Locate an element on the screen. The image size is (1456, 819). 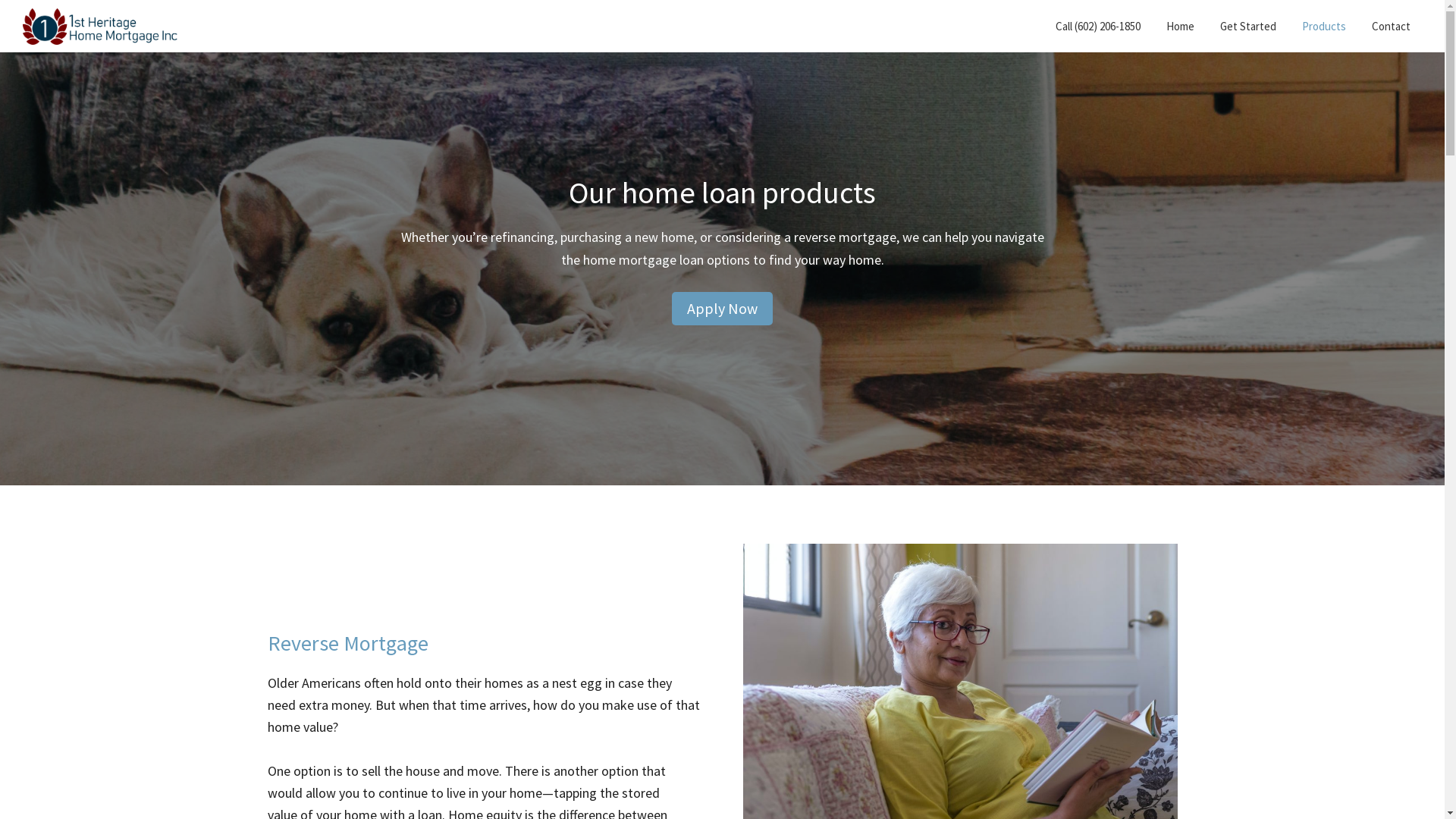
'Get Started' is located at coordinates (1248, 26).